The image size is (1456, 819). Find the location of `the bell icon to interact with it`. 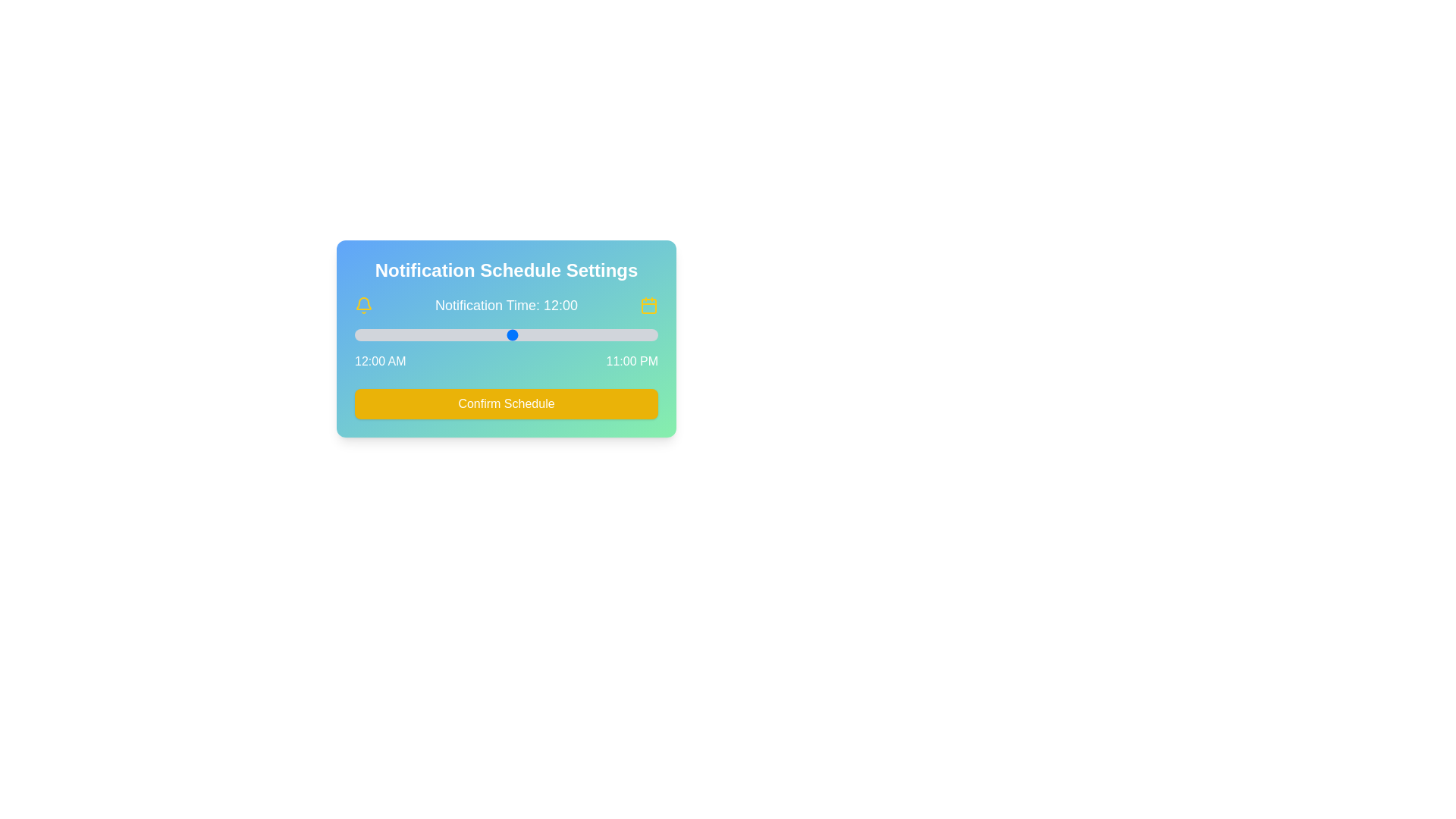

the bell icon to interact with it is located at coordinates (364, 305).